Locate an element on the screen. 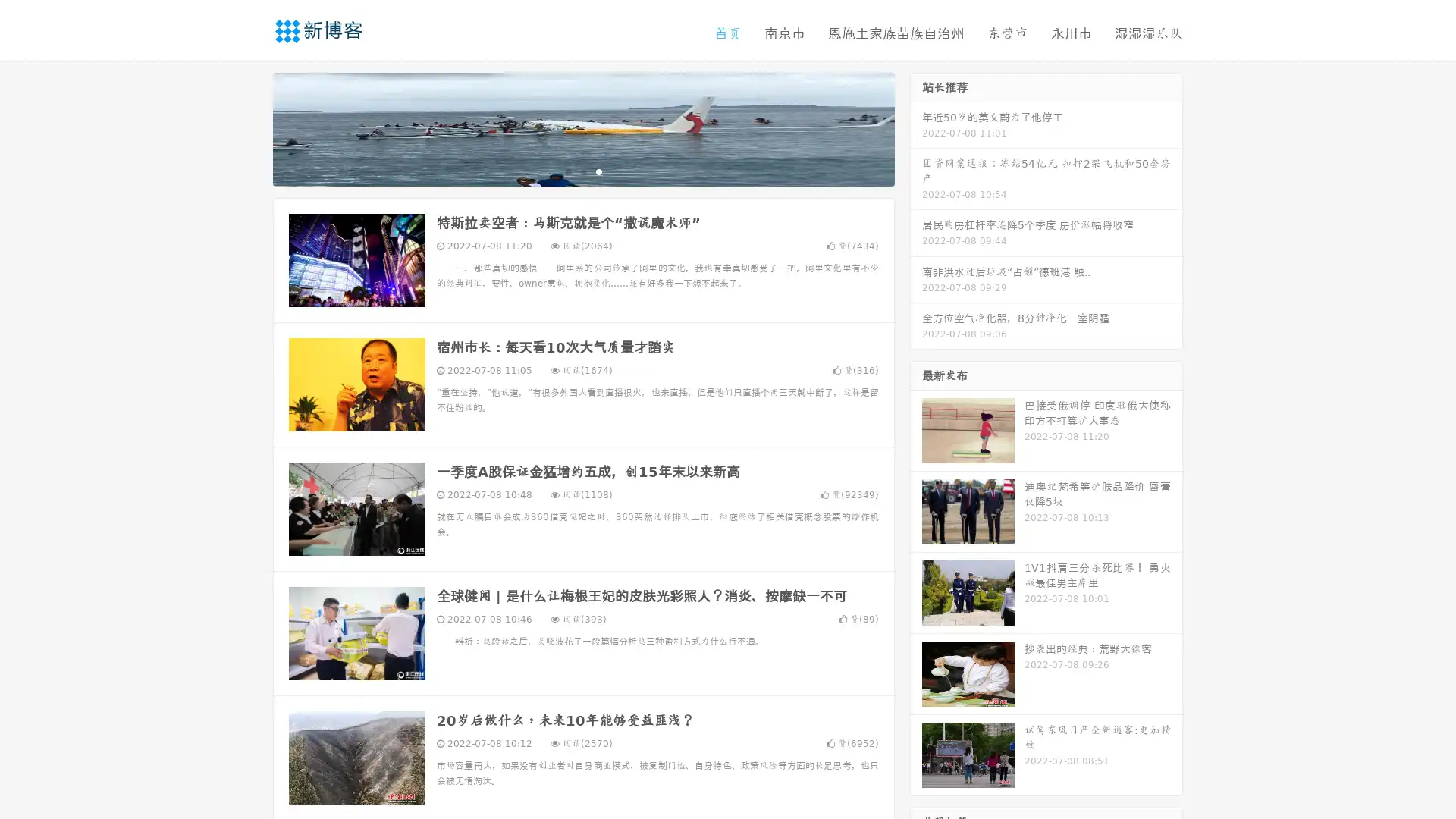 This screenshot has height=819, width=1456. Next slide is located at coordinates (916, 127).